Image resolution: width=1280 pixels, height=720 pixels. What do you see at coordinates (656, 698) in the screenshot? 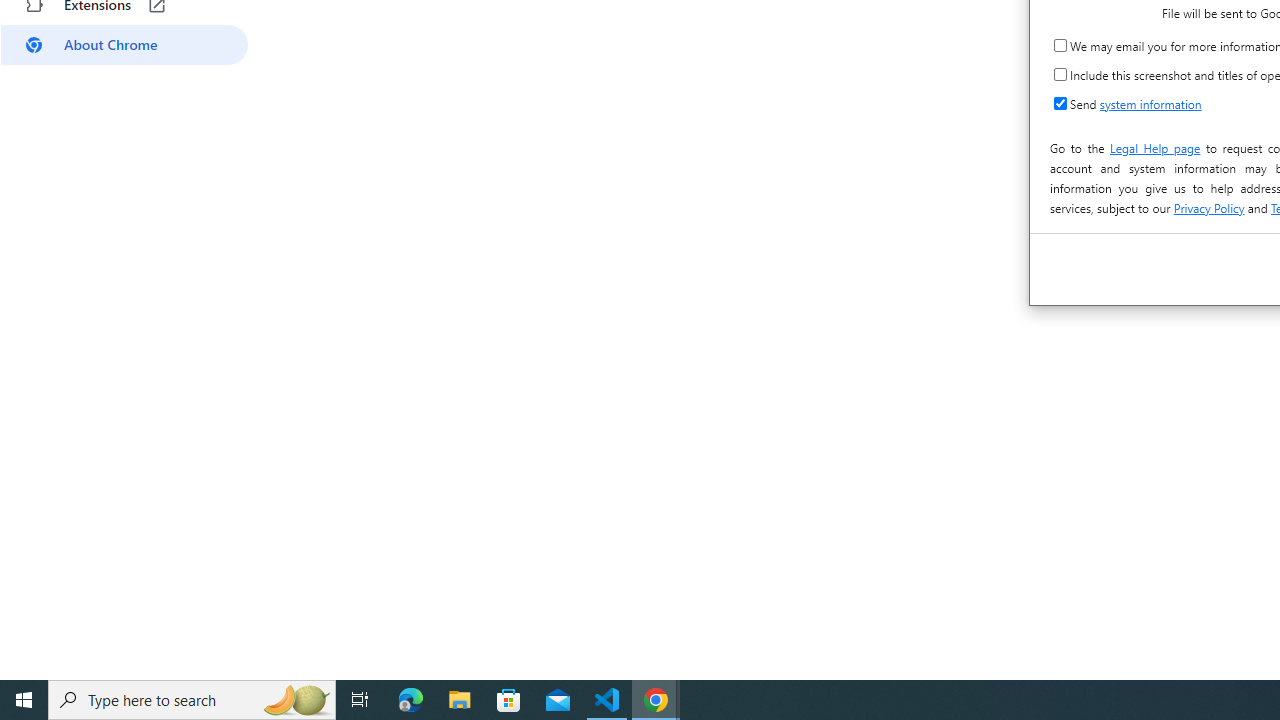
I see `'Google Chrome - 2 running windows'` at bounding box center [656, 698].